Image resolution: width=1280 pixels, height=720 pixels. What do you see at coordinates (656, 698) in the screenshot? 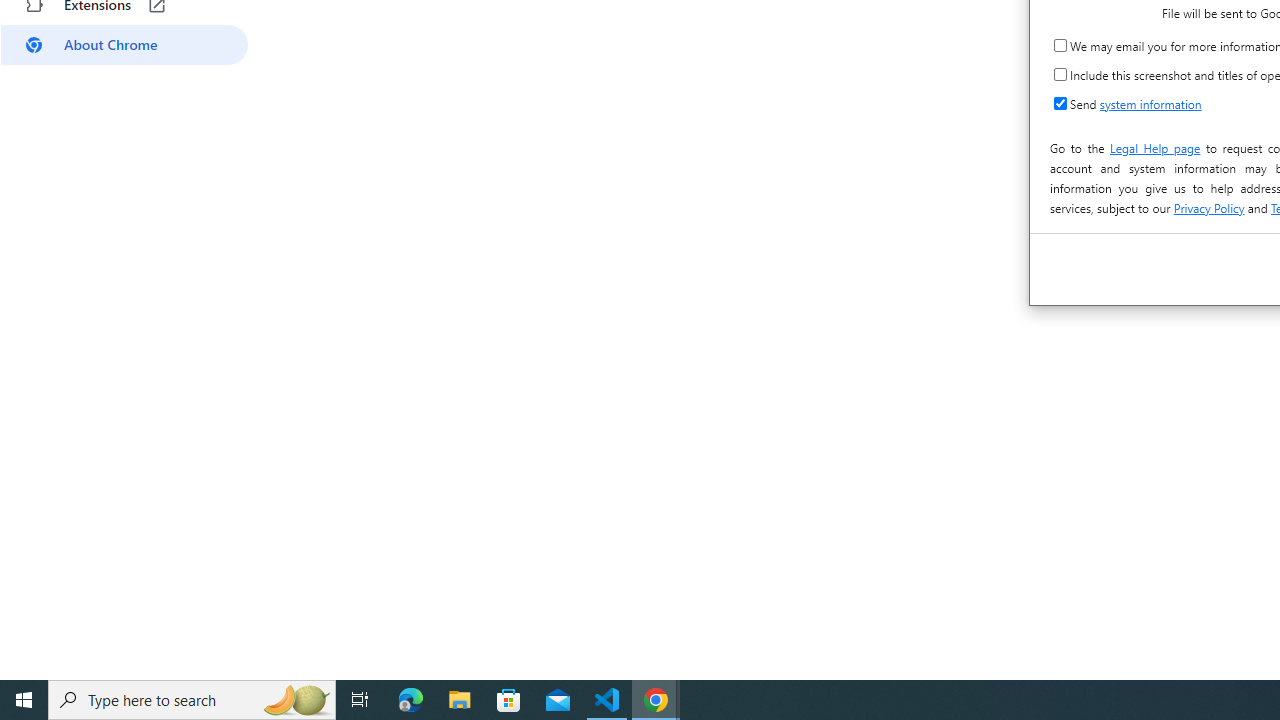
I see `'Google Chrome - 2 running windows'` at bounding box center [656, 698].